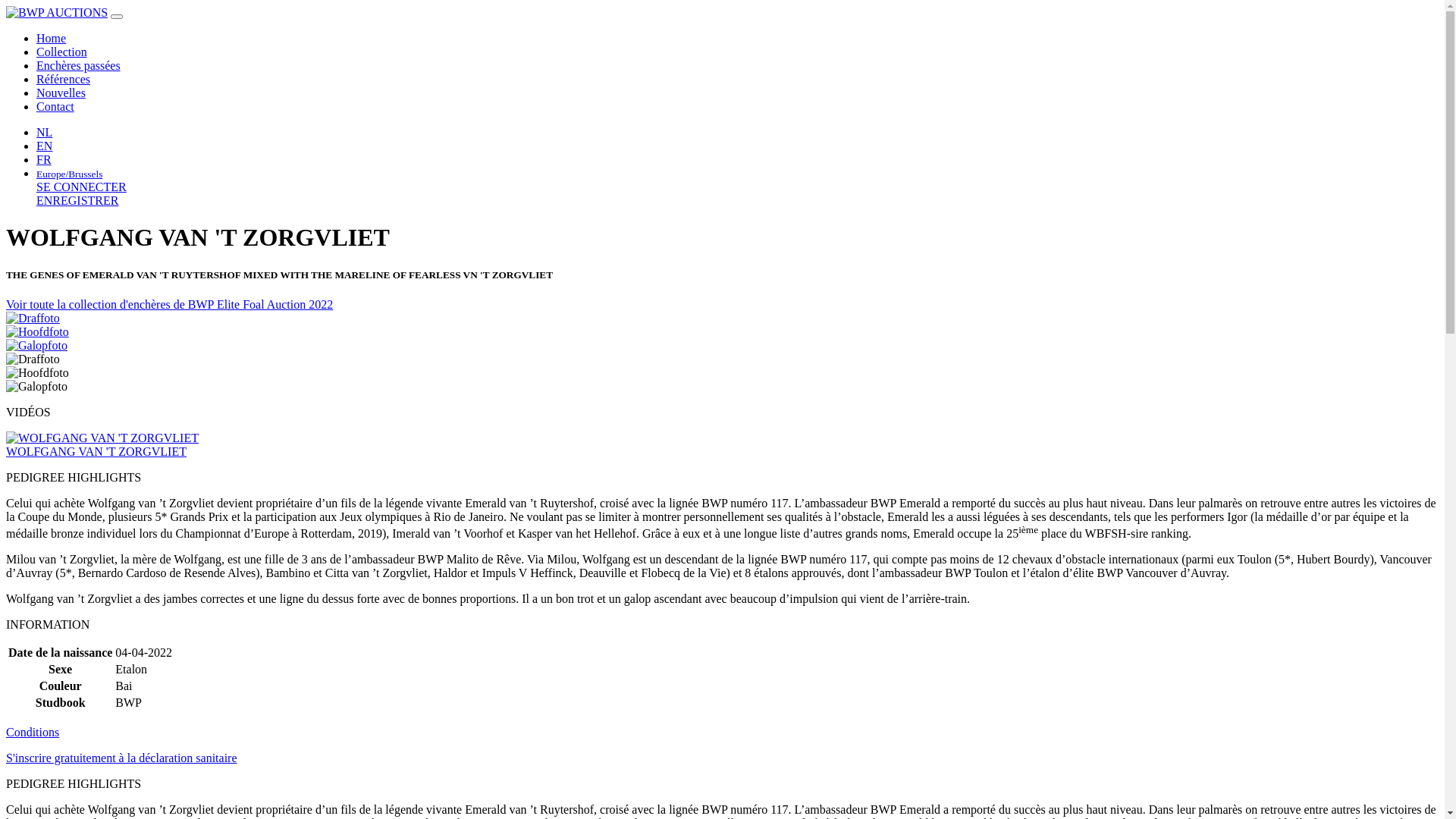 The height and width of the screenshot is (819, 1456). Describe the element at coordinates (36, 172) in the screenshot. I see `'Europe/Brussels'` at that location.